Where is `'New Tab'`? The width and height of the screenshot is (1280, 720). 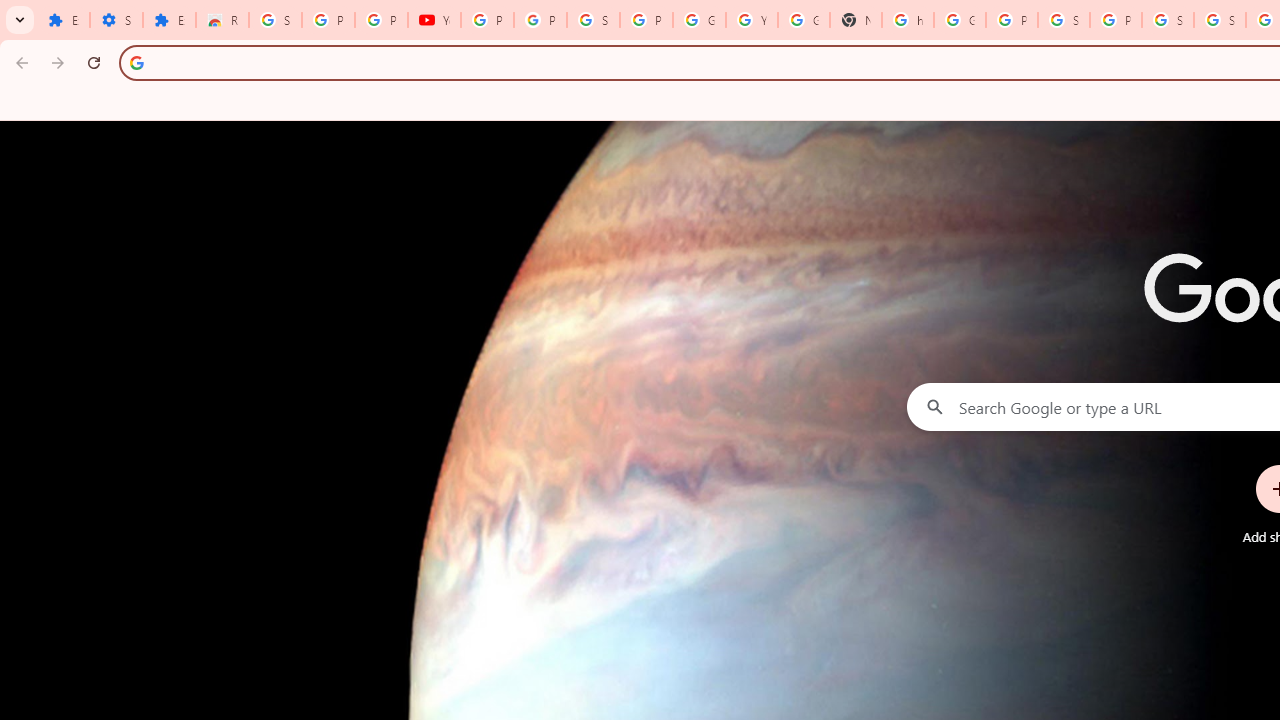
'New Tab' is located at coordinates (855, 20).